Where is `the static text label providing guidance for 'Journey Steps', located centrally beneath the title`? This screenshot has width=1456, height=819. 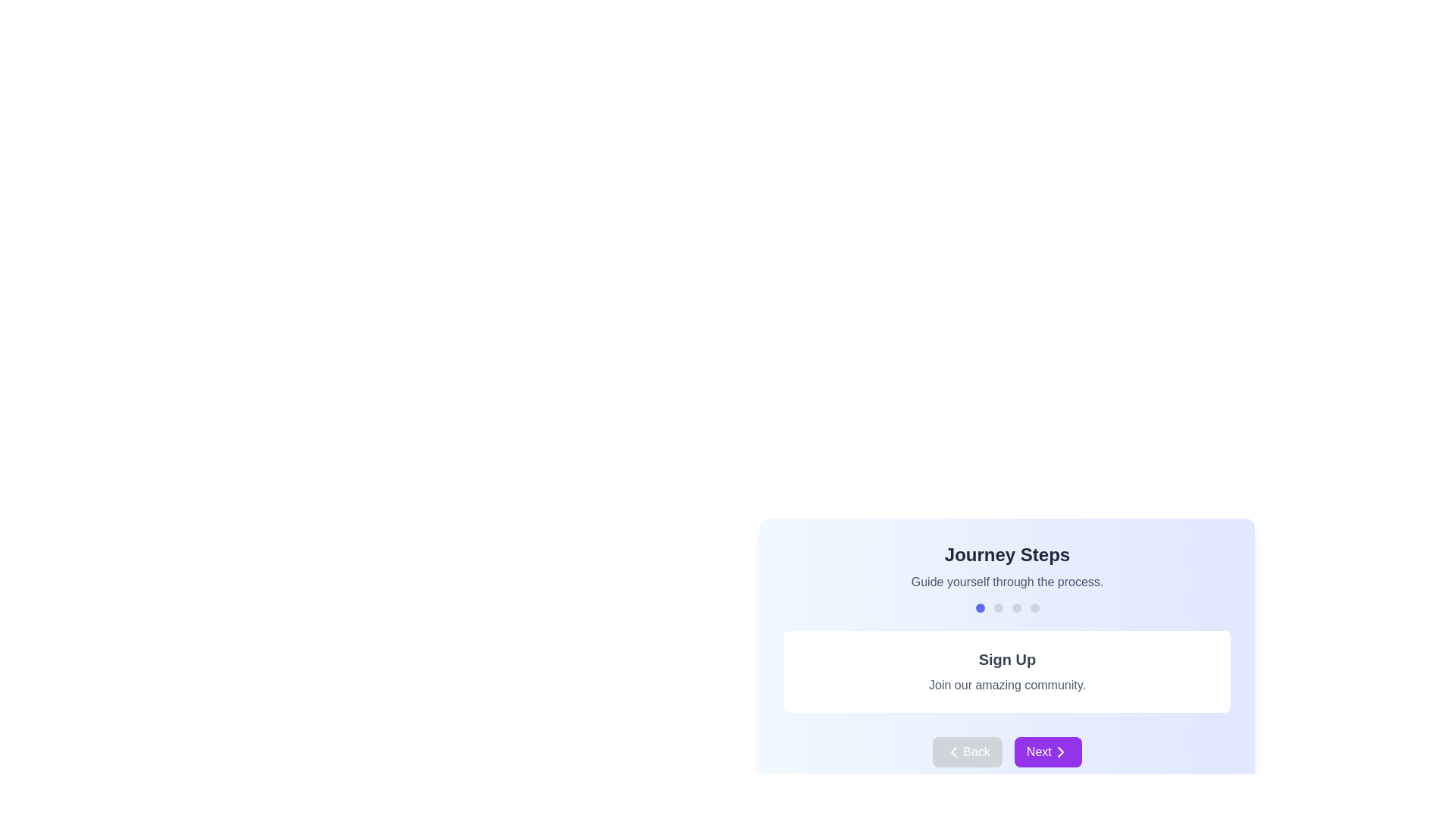 the static text label providing guidance for 'Journey Steps', located centrally beneath the title is located at coordinates (1007, 581).